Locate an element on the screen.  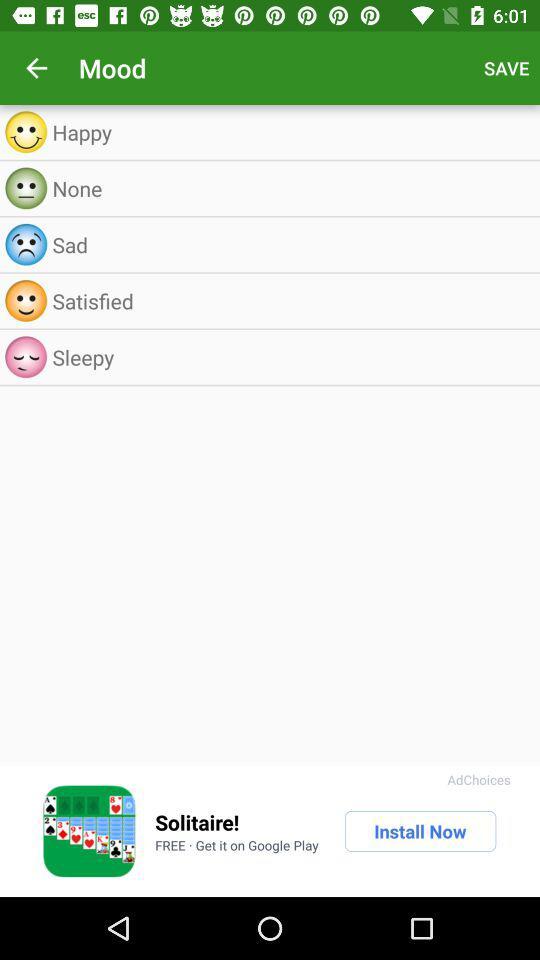
the icon next to mood item is located at coordinates (36, 68).